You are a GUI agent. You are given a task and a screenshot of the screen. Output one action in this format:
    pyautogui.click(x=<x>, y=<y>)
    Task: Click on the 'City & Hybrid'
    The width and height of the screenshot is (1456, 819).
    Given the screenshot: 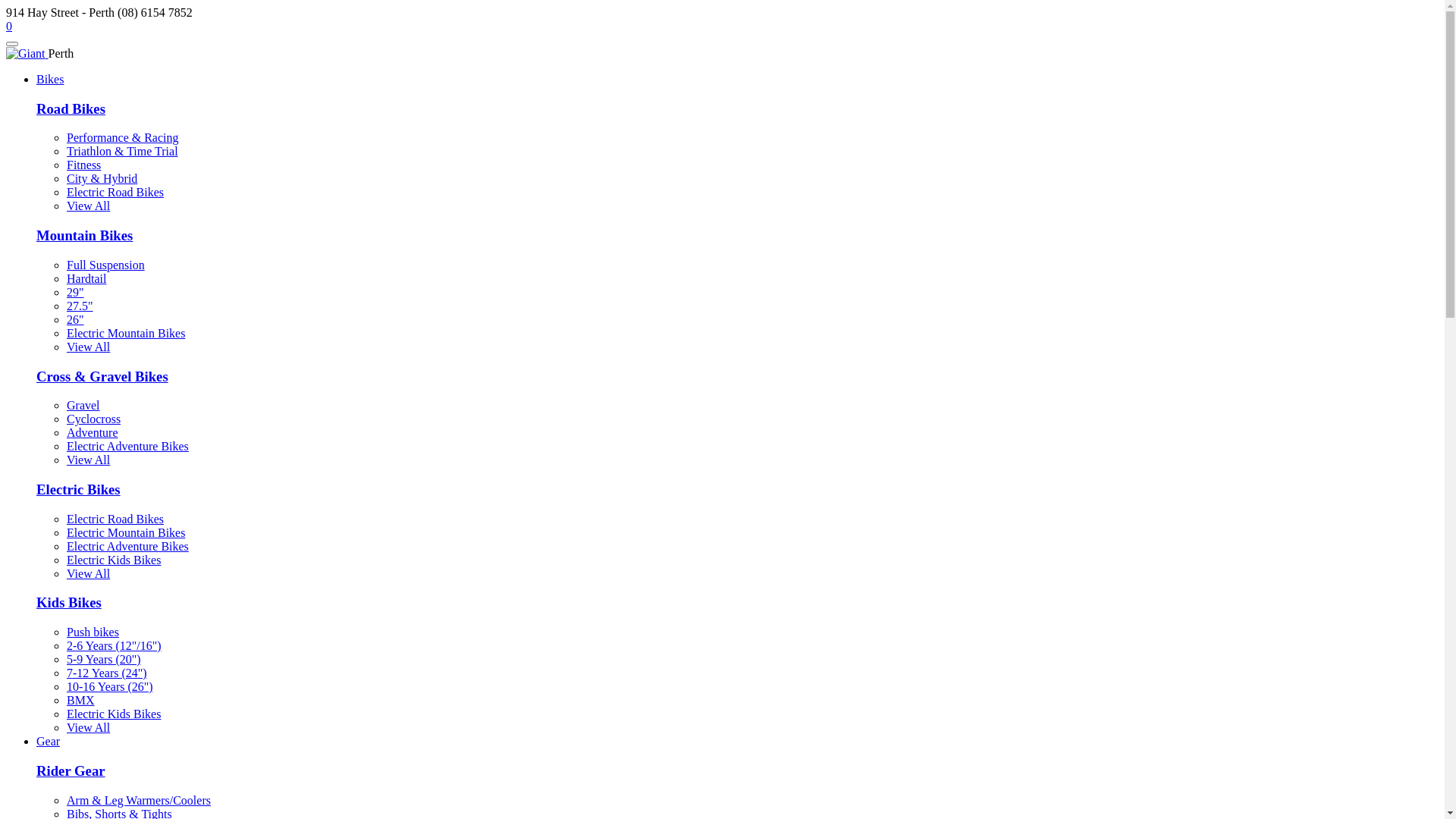 What is the action you would take?
    pyautogui.click(x=101, y=177)
    